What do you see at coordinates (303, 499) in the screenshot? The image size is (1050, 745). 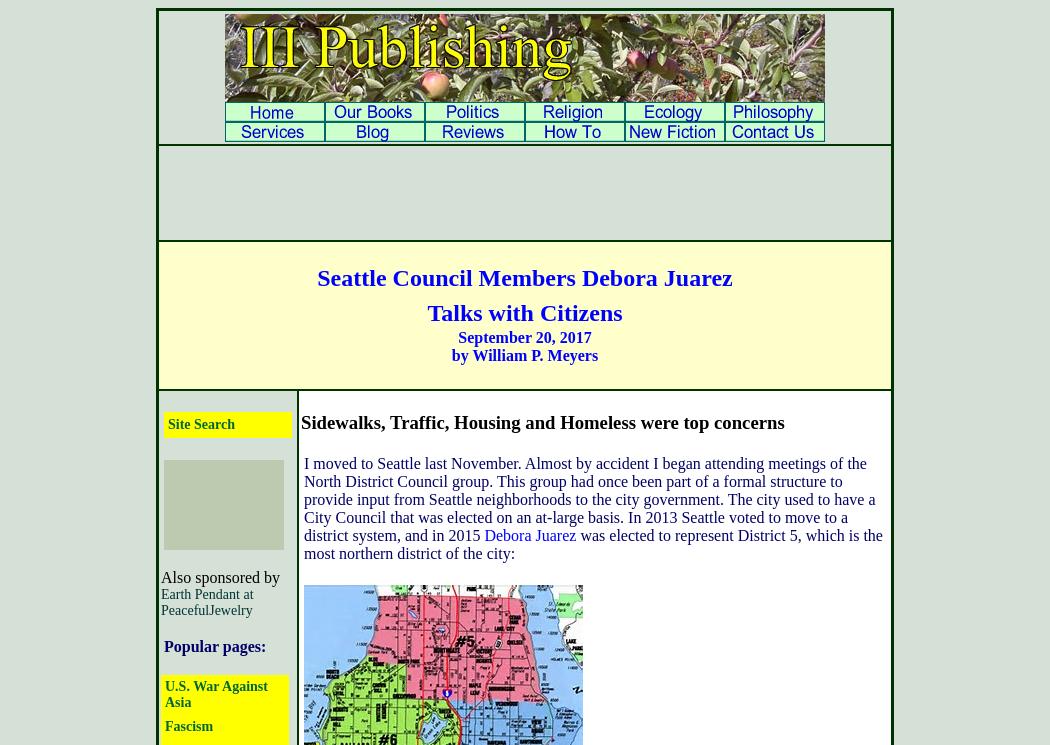 I see `'I moved to Seattle last November. Almost by accident I began attending meetings of the North District Council group. This group had once been part of a formal structure to provide input from Seattle neighborhoods to the city government. The city used to have a City Council that was elected on an at-large basis. In 2013 Seattle voted to move to a district system, and in 2015'` at bounding box center [303, 499].